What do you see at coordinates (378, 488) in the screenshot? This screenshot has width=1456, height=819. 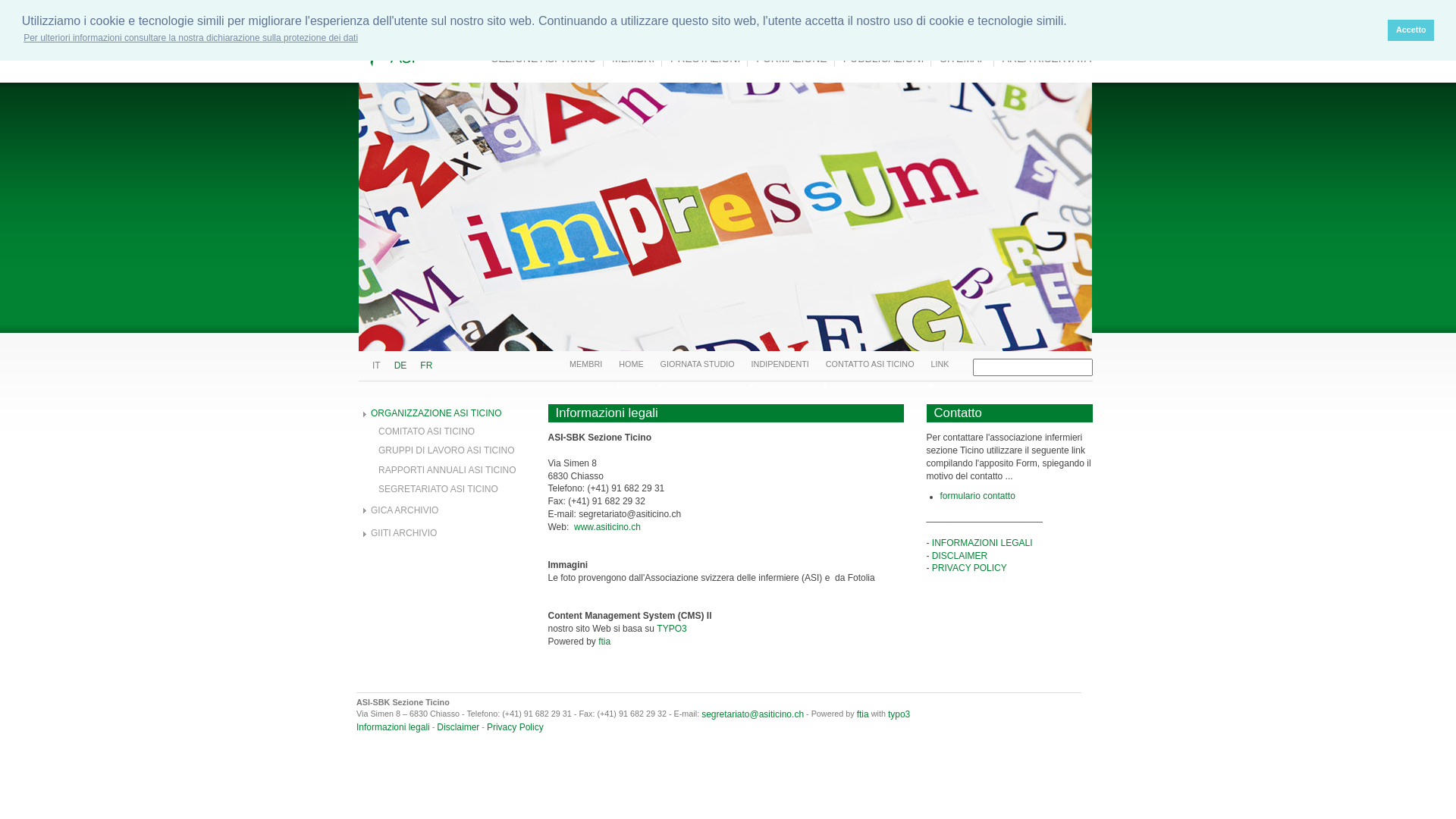 I see `'SEGRETARIATO ASI TICINO'` at bounding box center [378, 488].